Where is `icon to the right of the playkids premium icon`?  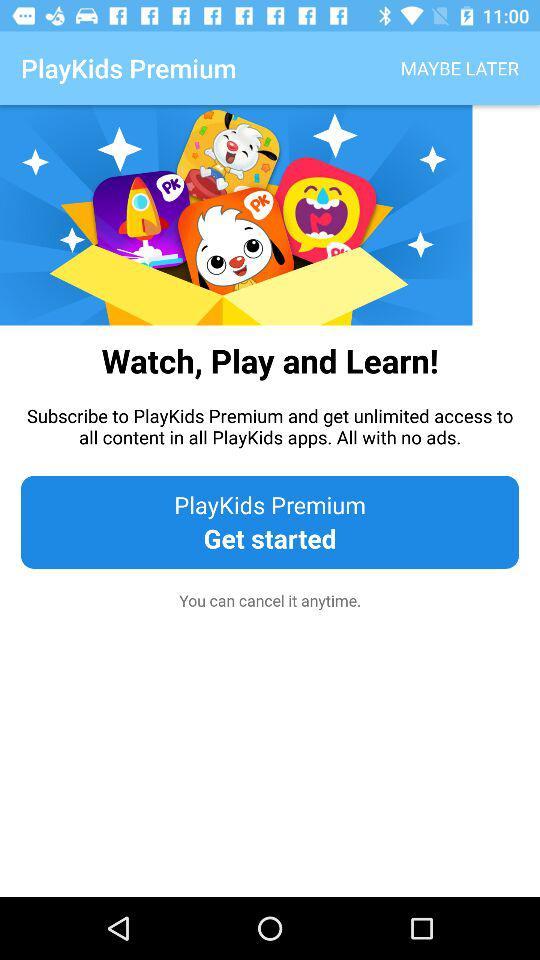 icon to the right of the playkids premium icon is located at coordinates (459, 68).